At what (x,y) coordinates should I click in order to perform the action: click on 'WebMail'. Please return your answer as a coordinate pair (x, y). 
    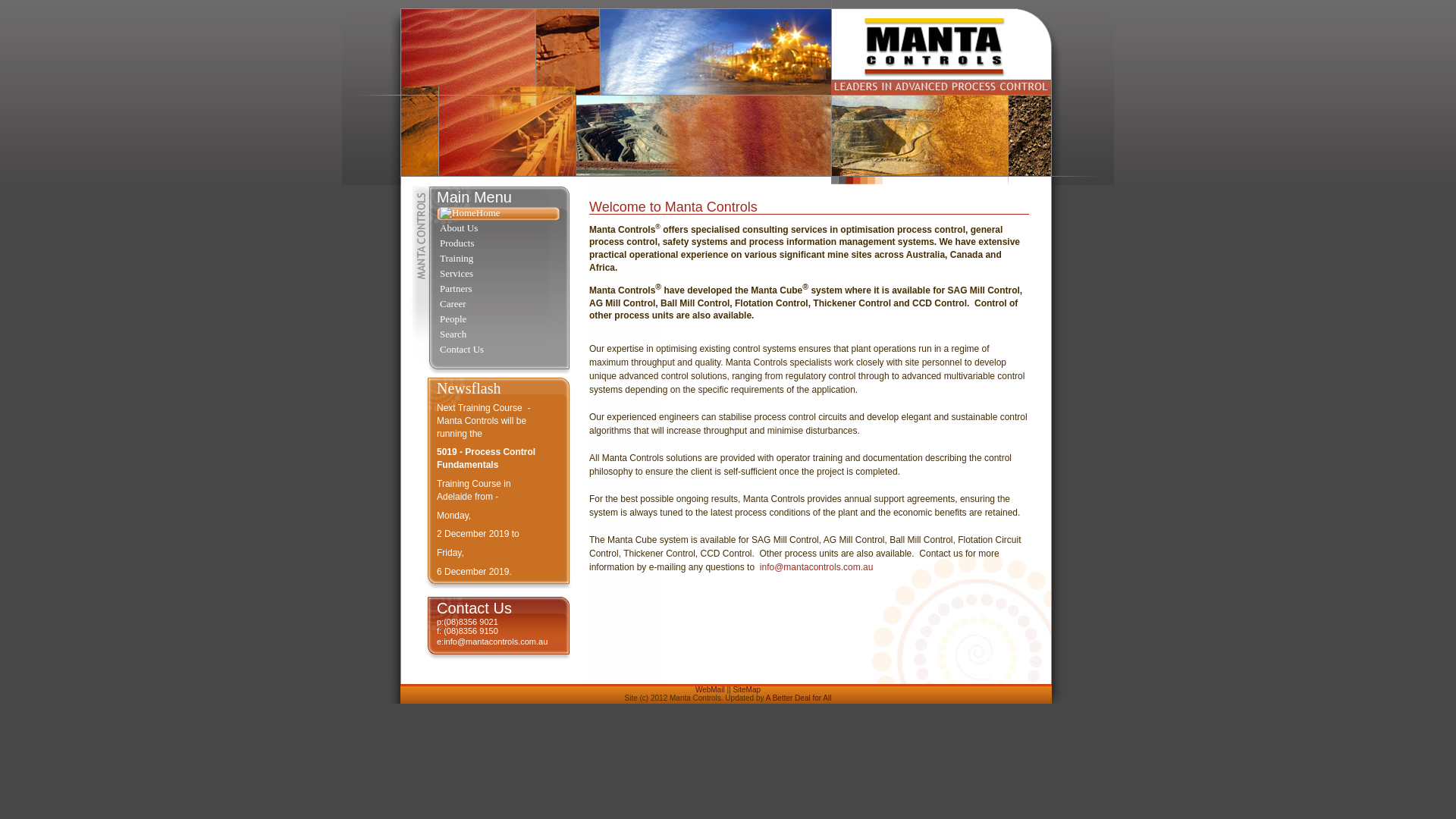
    Looking at the image, I should click on (694, 689).